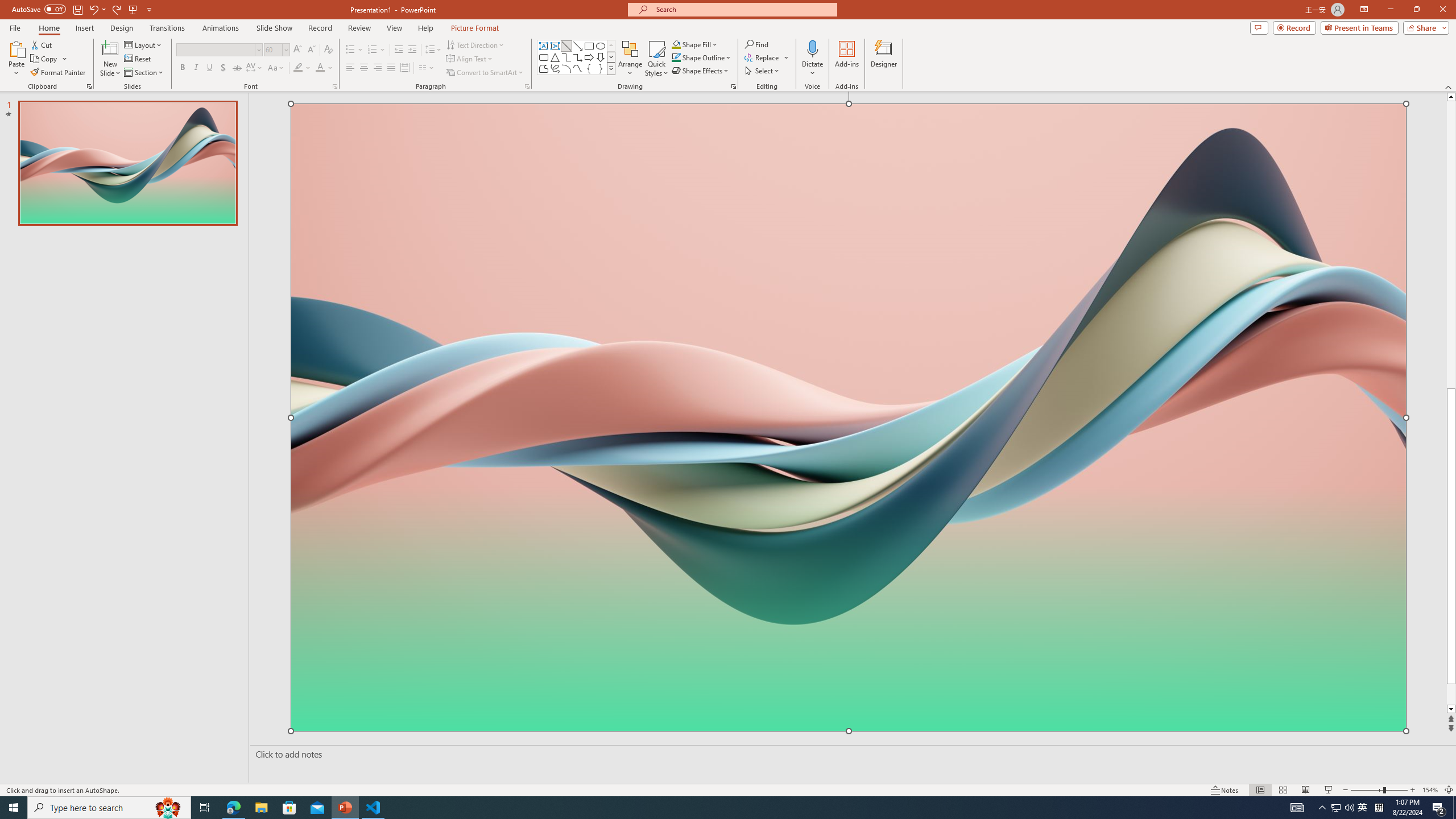 The width and height of the screenshot is (1456, 819). Describe the element at coordinates (848, 416) in the screenshot. I see `'Wavy 3D art'` at that location.